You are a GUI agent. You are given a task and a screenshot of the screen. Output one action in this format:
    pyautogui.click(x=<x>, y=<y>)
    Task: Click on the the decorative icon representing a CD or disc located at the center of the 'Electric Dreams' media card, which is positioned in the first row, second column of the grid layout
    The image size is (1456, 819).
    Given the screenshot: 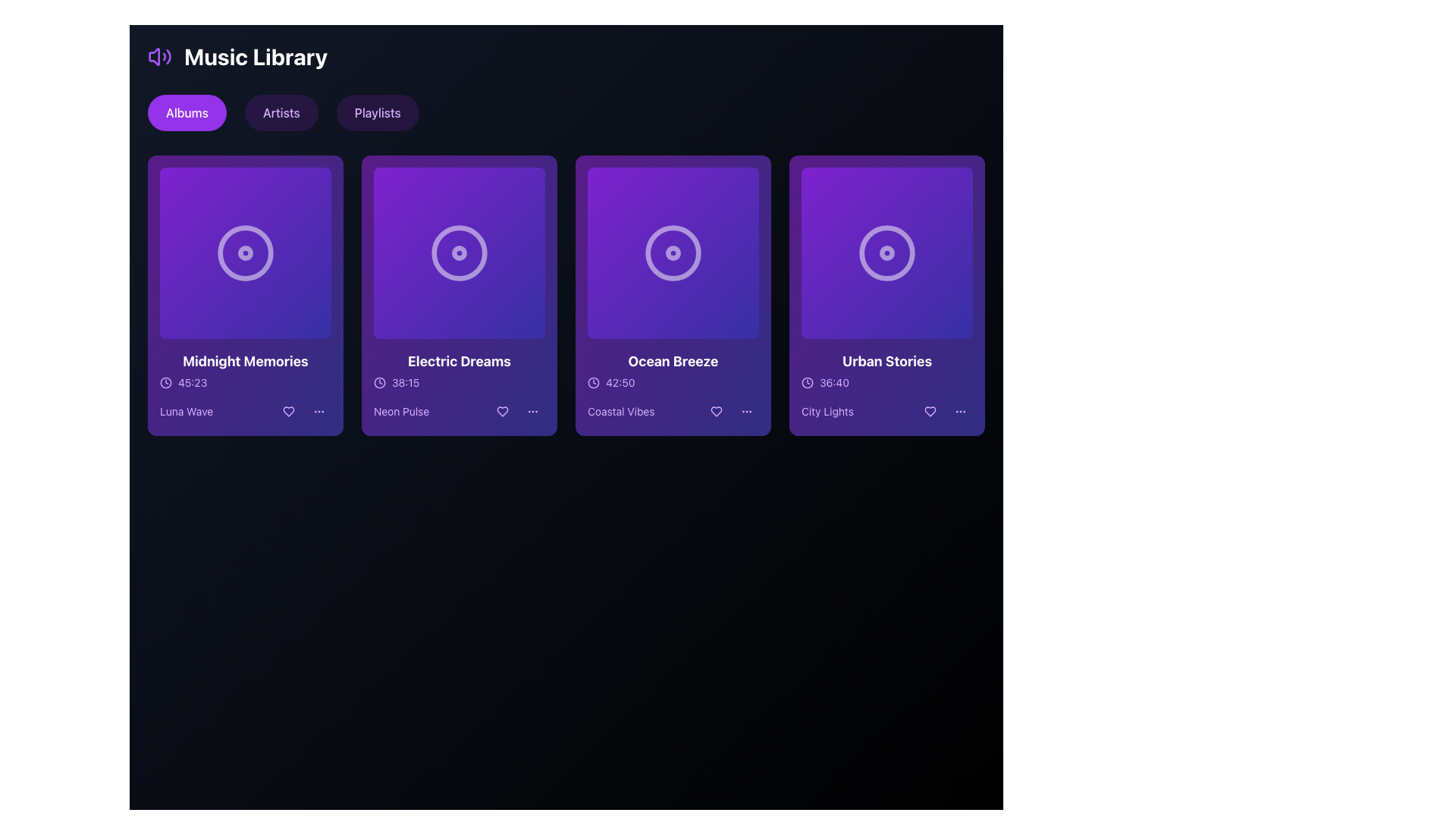 What is the action you would take?
    pyautogui.click(x=458, y=253)
    